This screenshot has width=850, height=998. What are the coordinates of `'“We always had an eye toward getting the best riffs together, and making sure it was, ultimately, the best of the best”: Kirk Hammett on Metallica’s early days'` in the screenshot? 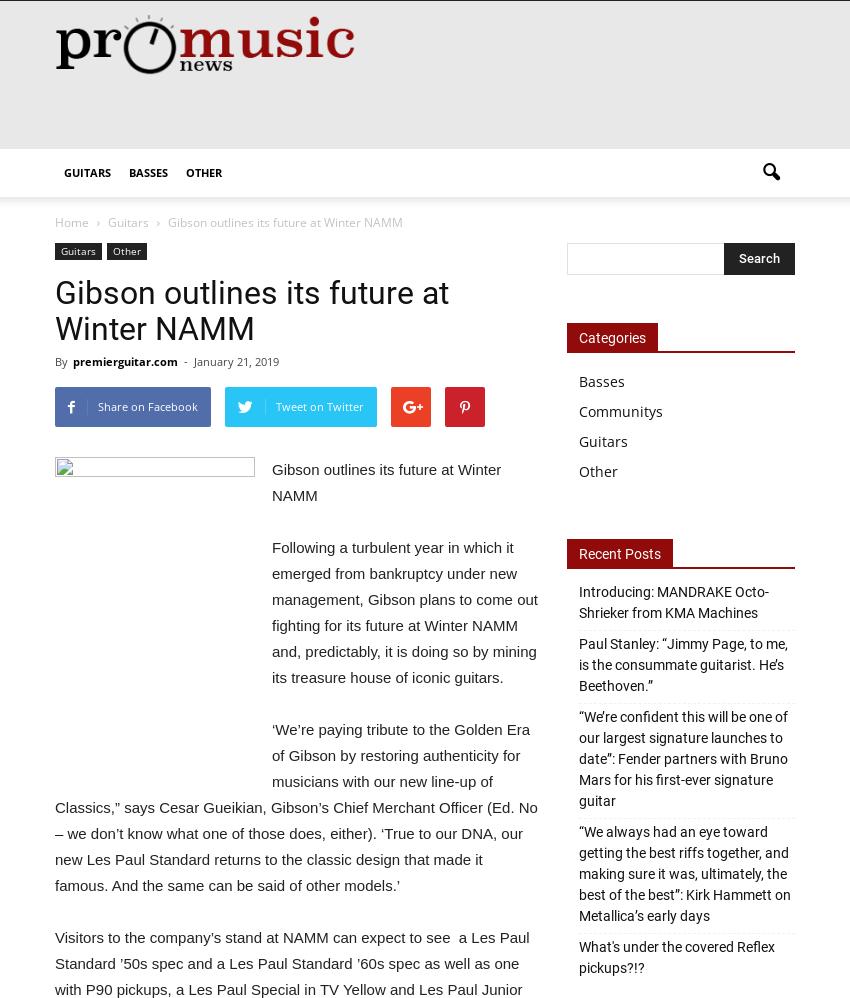 It's located at (684, 873).